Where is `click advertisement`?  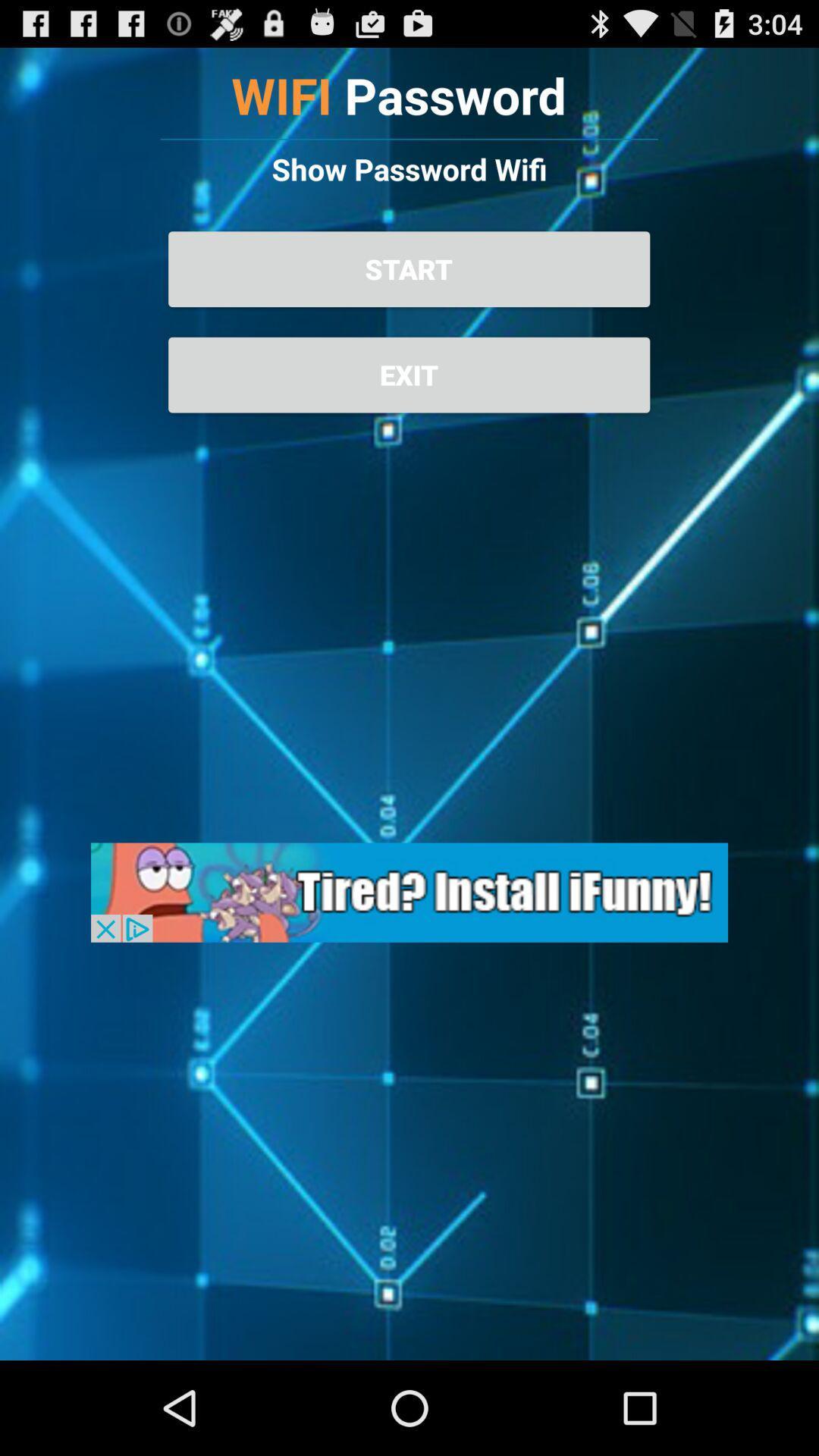
click advertisement is located at coordinates (409, 893).